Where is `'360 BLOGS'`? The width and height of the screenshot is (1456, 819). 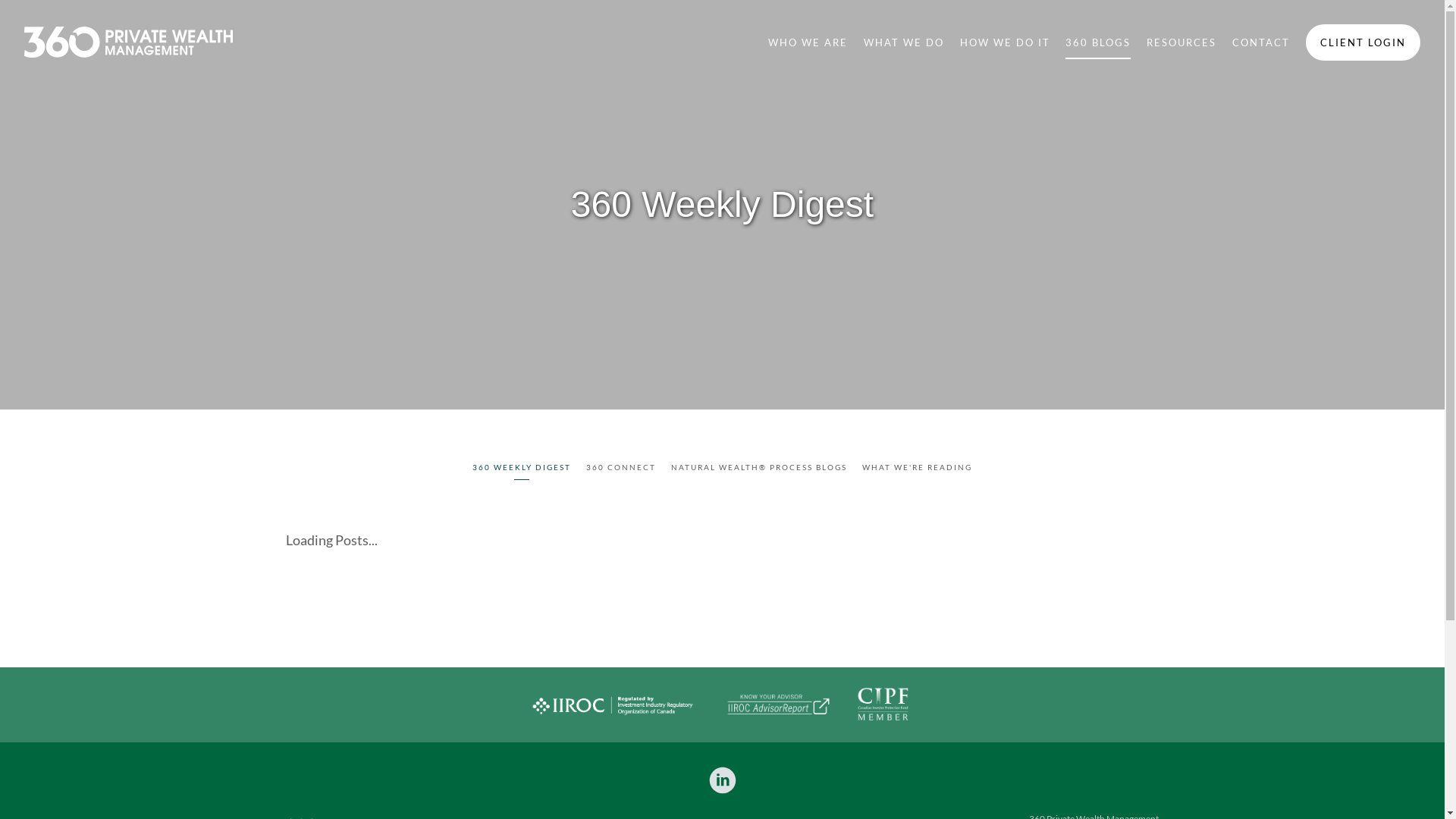
'360 BLOGS' is located at coordinates (1065, 41).